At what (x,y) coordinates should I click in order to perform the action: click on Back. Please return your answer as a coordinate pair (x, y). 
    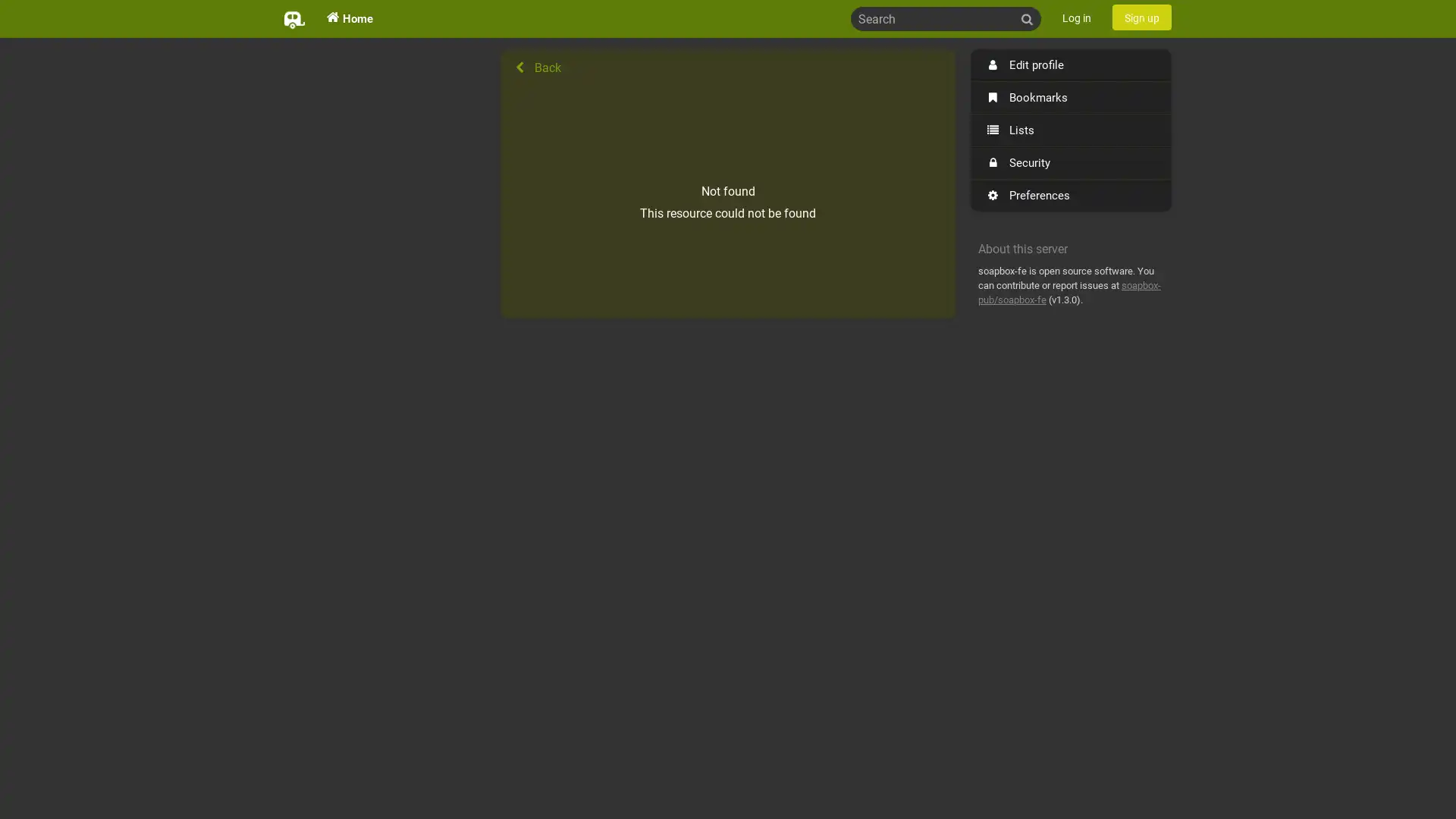
    Looking at the image, I should click on (728, 67).